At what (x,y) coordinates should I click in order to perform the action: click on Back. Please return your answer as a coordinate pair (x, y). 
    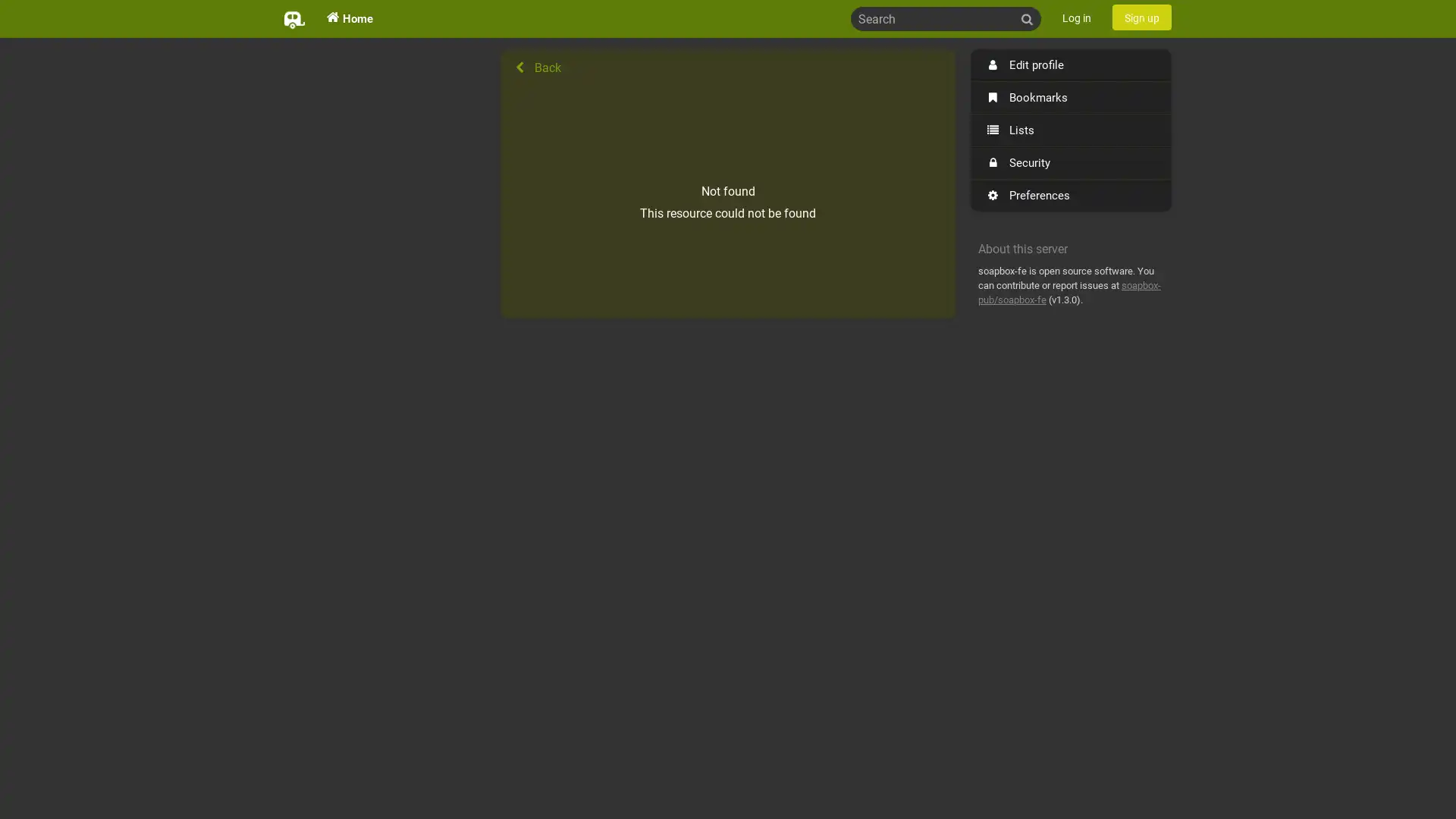
    Looking at the image, I should click on (728, 67).